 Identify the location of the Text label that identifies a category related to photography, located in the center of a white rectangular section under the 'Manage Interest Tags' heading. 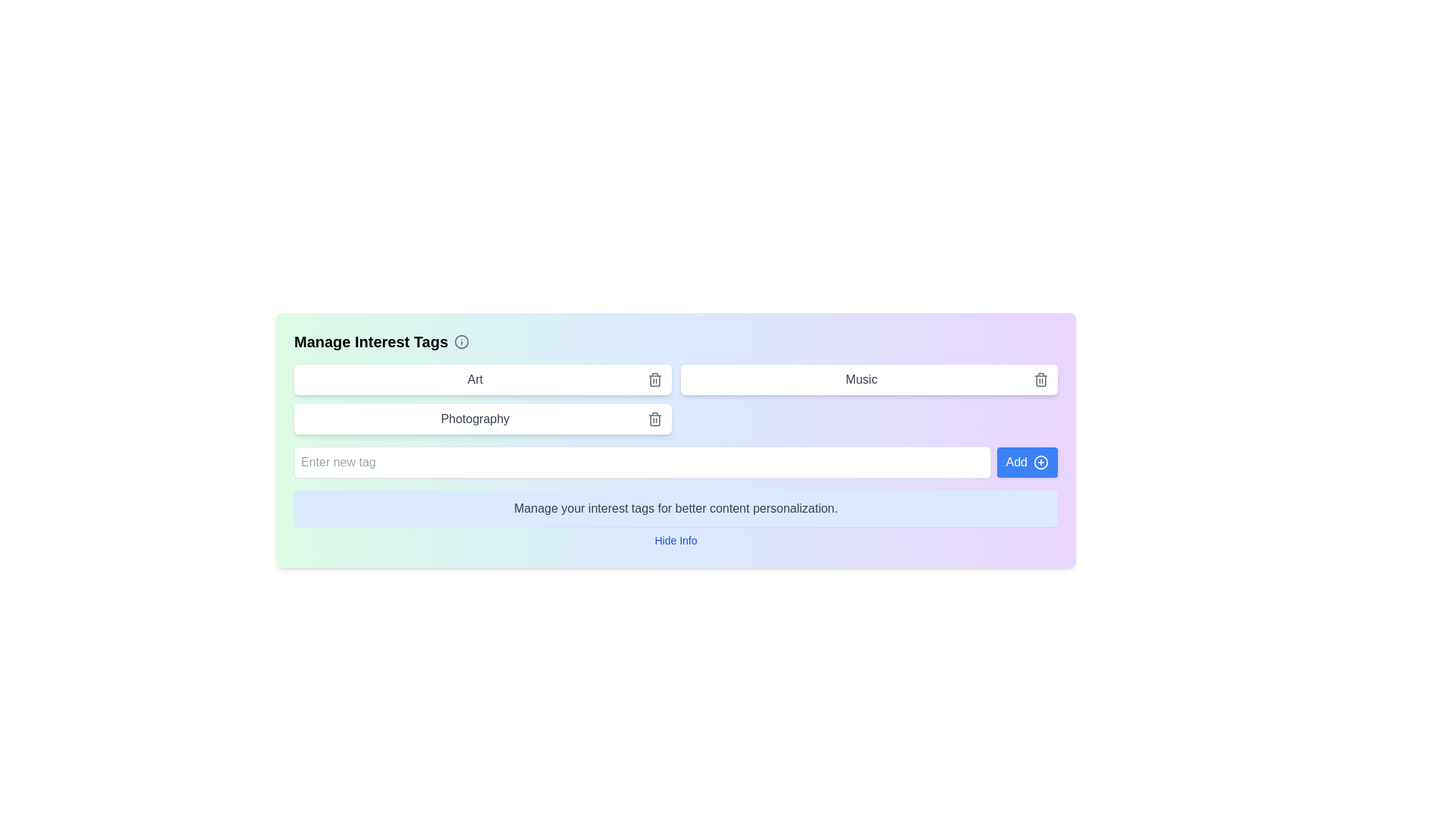
(474, 419).